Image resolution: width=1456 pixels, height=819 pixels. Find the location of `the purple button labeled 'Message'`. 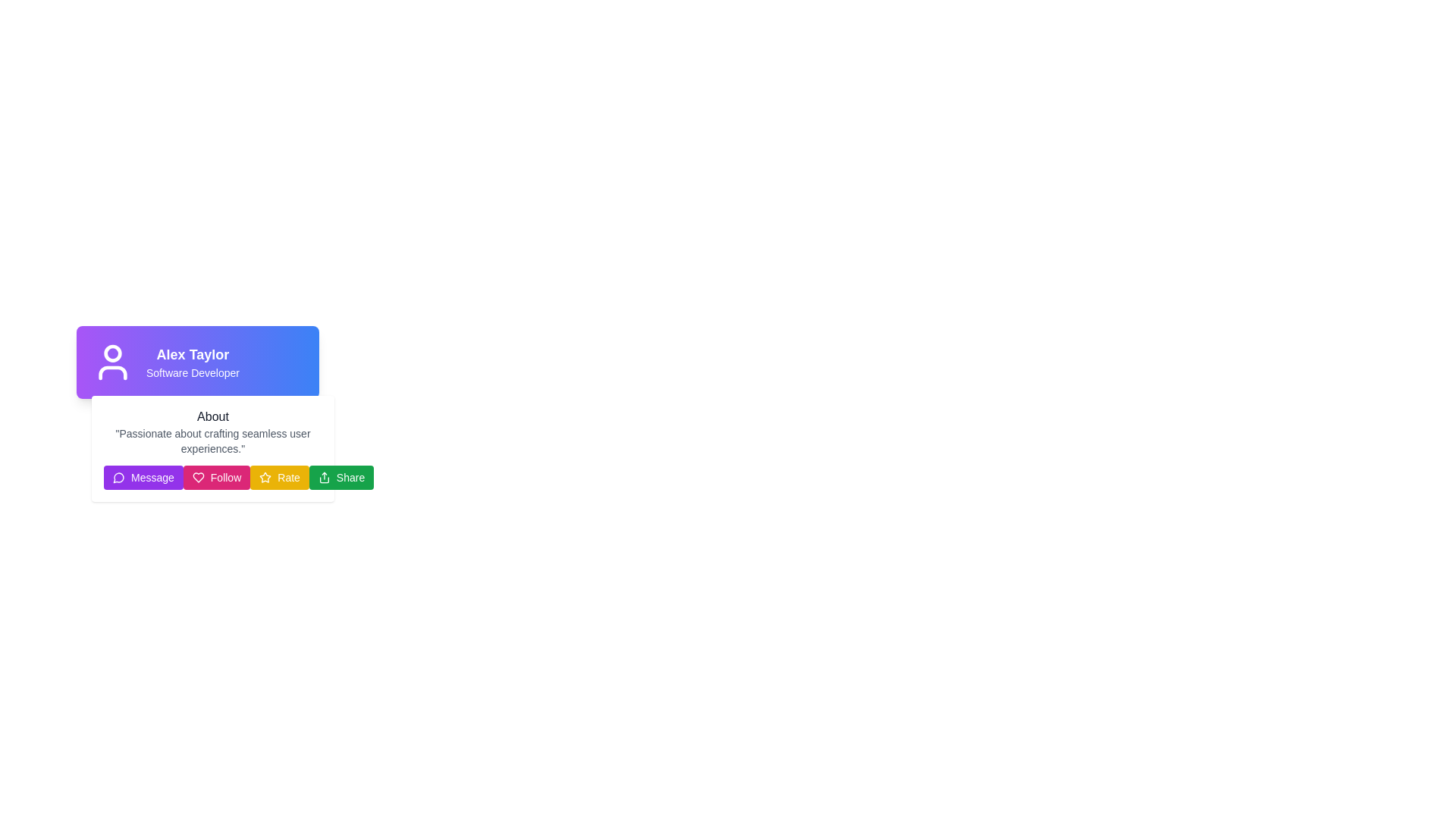

the purple button labeled 'Message' is located at coordinates (143, 476).